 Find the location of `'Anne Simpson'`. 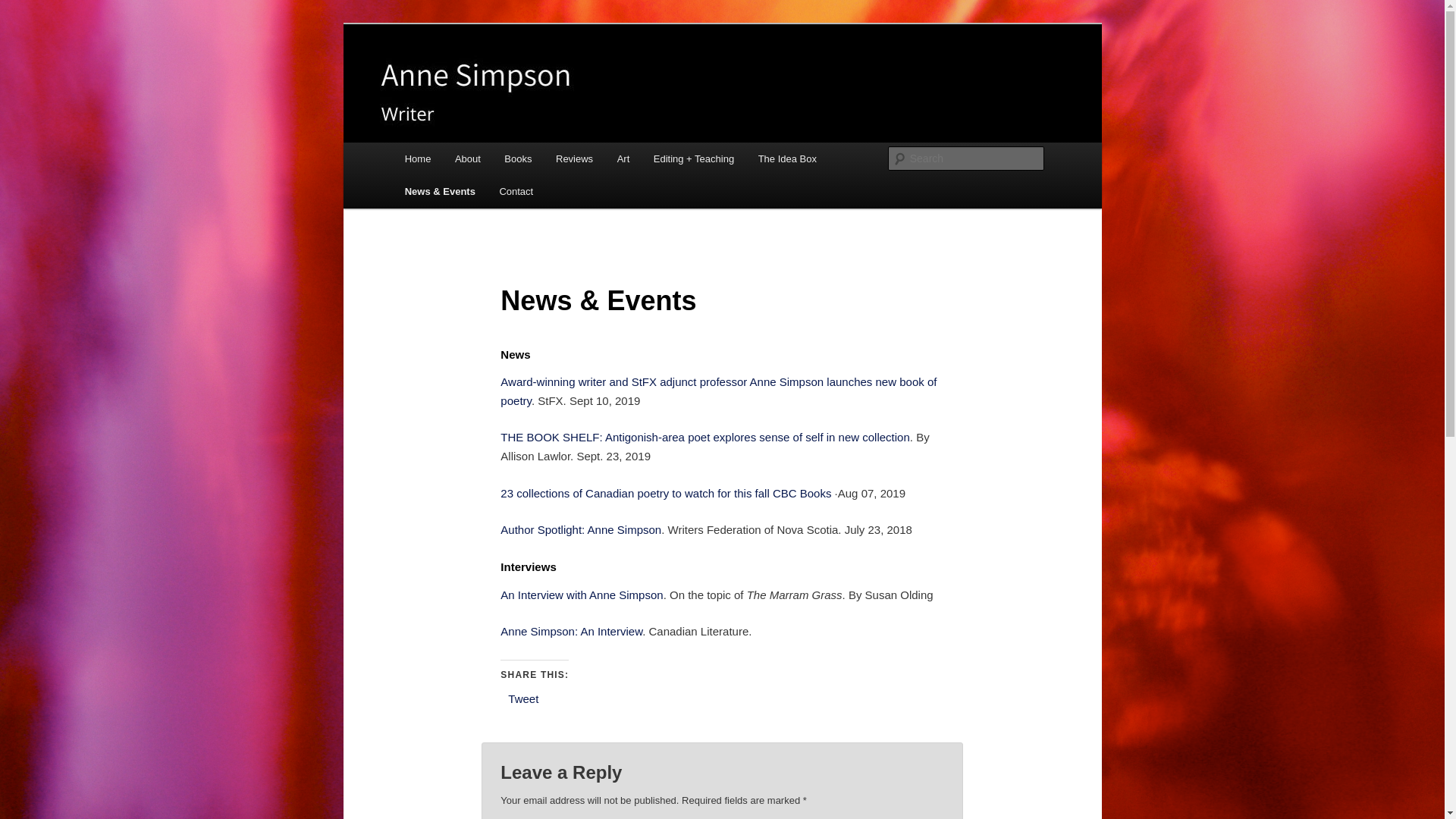

'Anne Simpson' is located at coordinates (400, 79).